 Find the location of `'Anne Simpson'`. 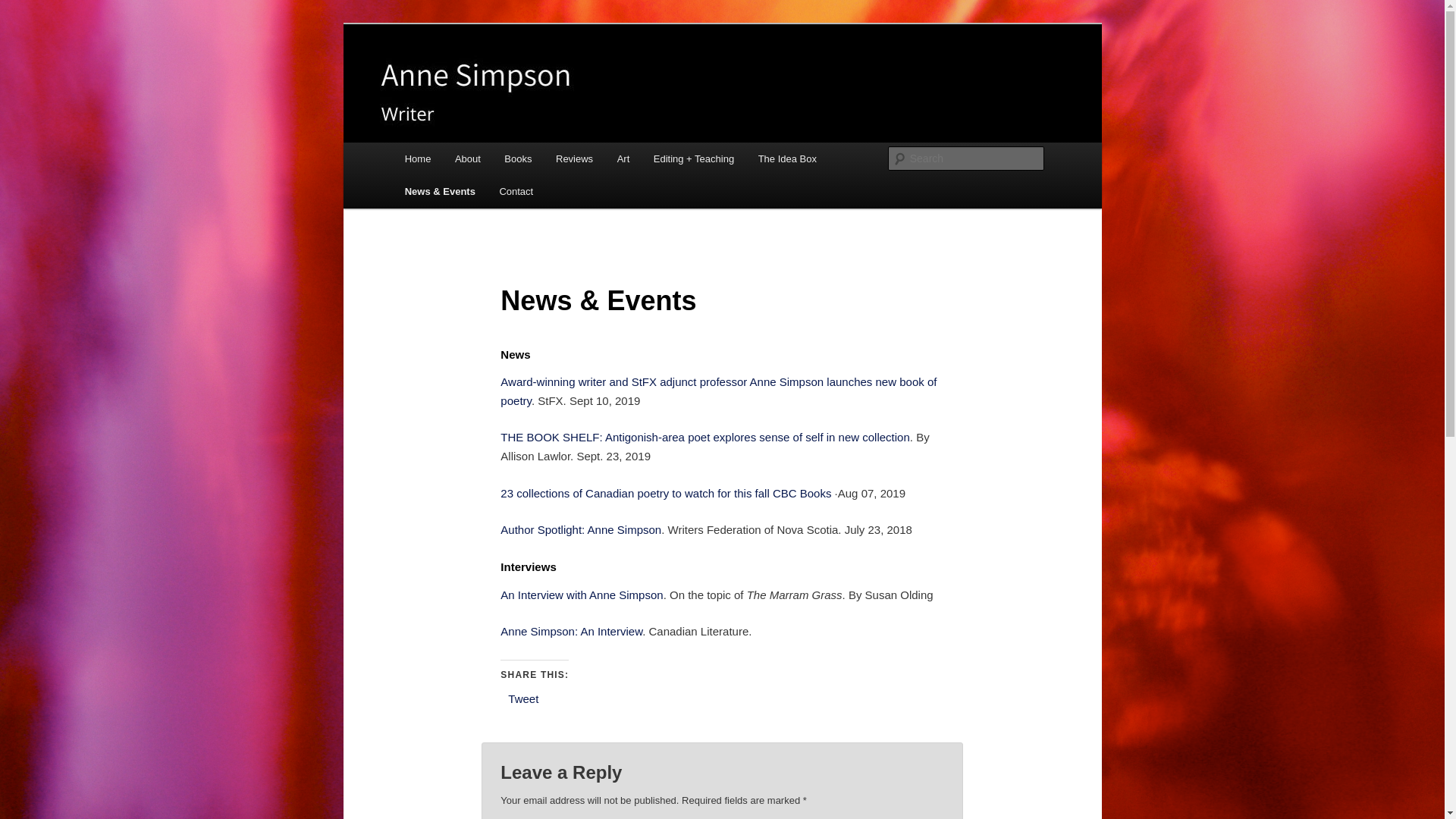

'Anne Simpson' is located at coordinates (400, 79).